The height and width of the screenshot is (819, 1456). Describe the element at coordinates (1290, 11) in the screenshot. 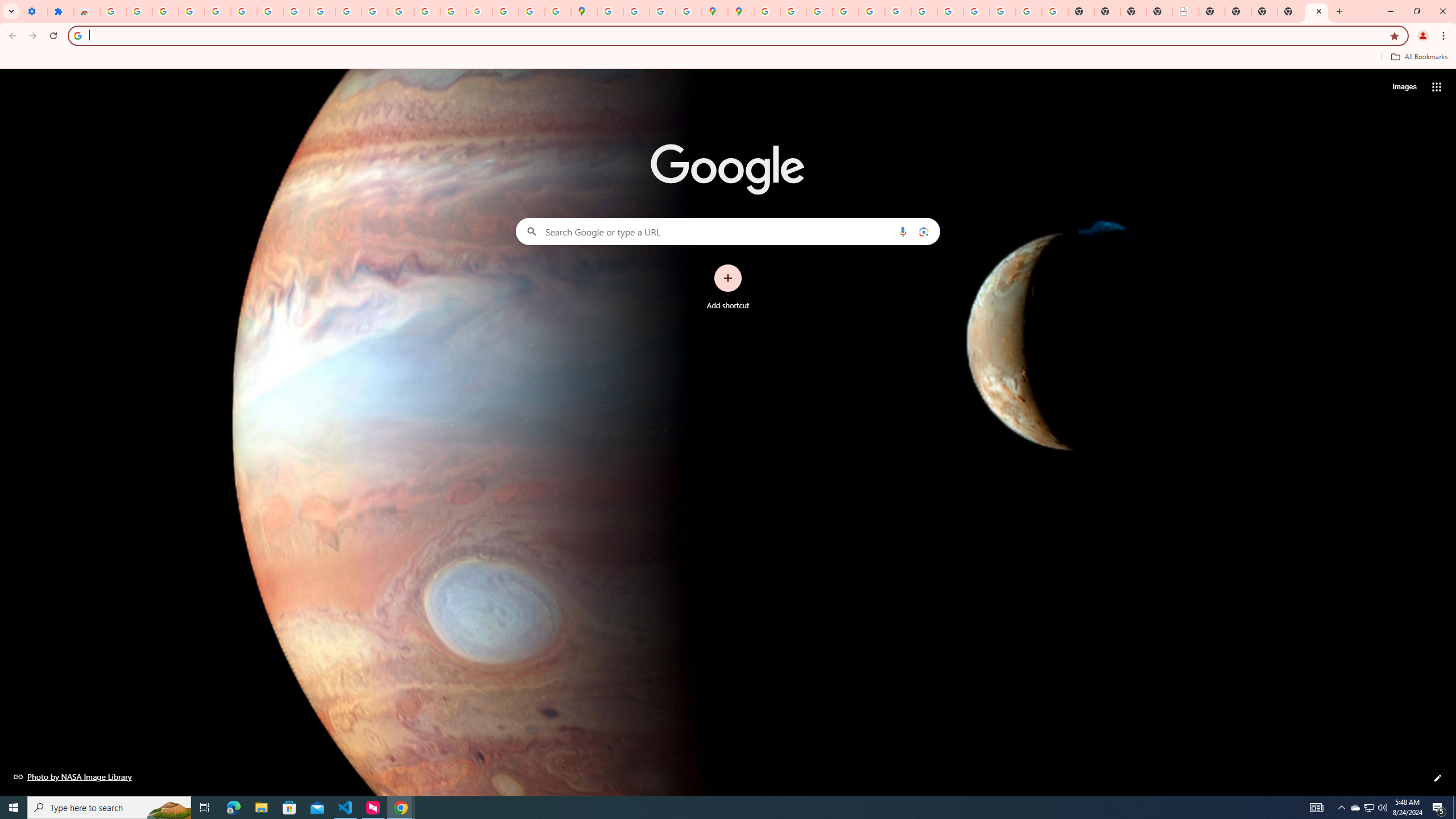

I see `'New Tab'` at that location.